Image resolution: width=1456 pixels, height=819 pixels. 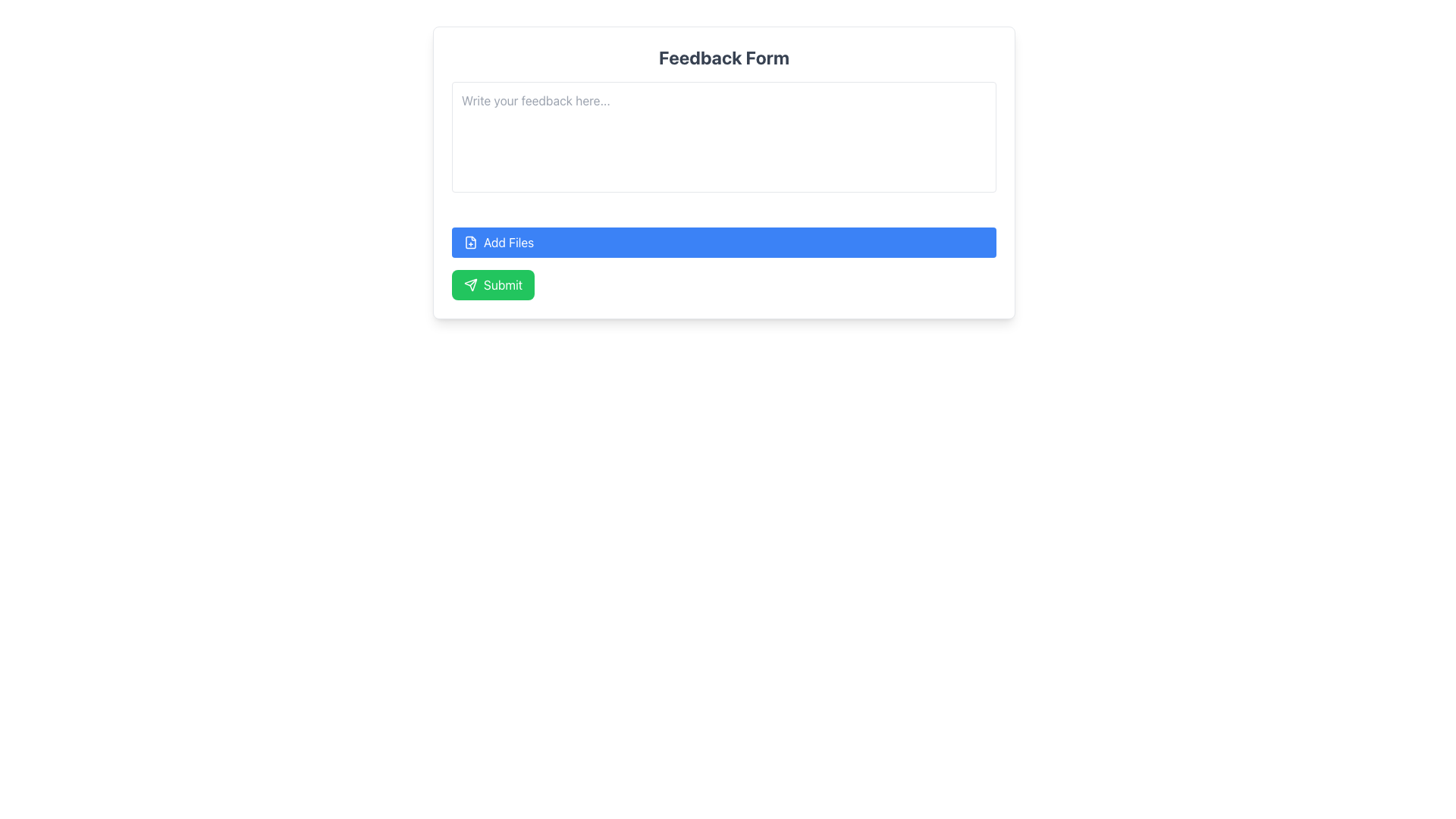 What do you see at coordinates (469, 284) in the screenshot?
I see `the decorative SVG icon within the green 'Submit' button at the bottom of the feedback form, which symbolizes sending or submitting content` at bounding box center [469, 284].